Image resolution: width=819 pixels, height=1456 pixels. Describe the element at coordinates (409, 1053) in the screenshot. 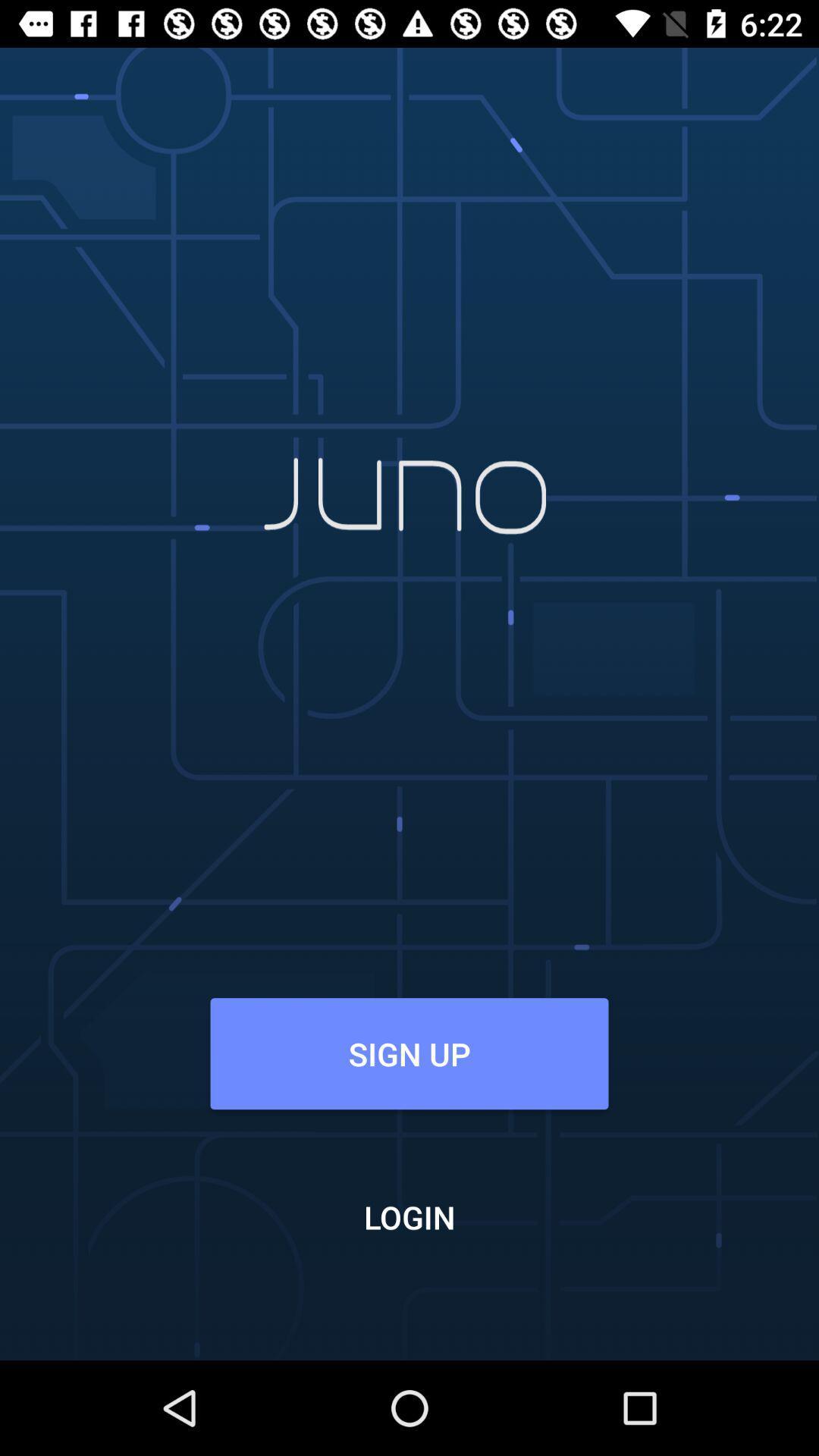

I see `item above the login item` at that location.